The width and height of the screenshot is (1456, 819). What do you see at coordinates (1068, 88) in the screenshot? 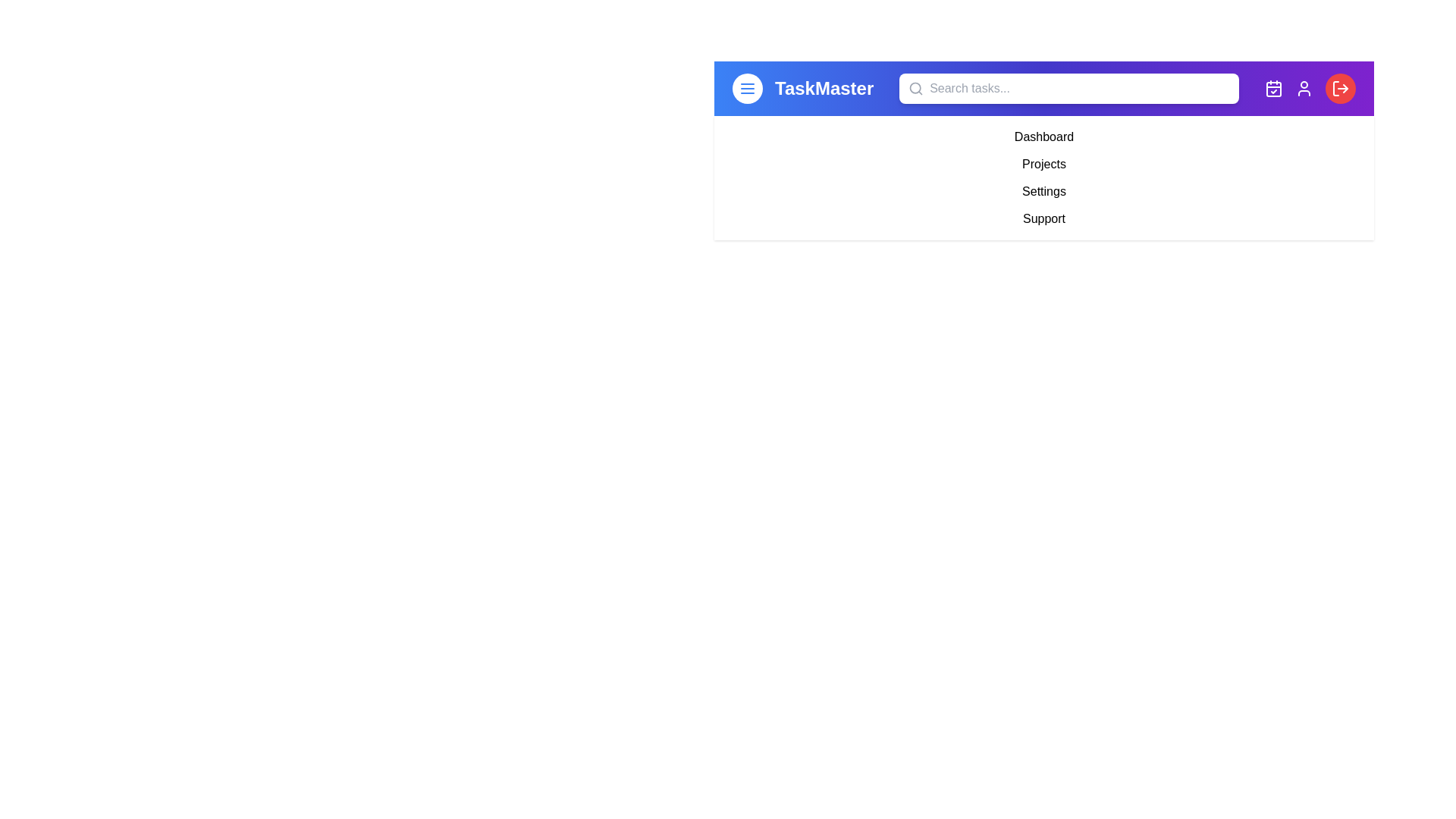
I see `the search bar and type the query 'meeting notes'` at bounding box center [1068, 88].